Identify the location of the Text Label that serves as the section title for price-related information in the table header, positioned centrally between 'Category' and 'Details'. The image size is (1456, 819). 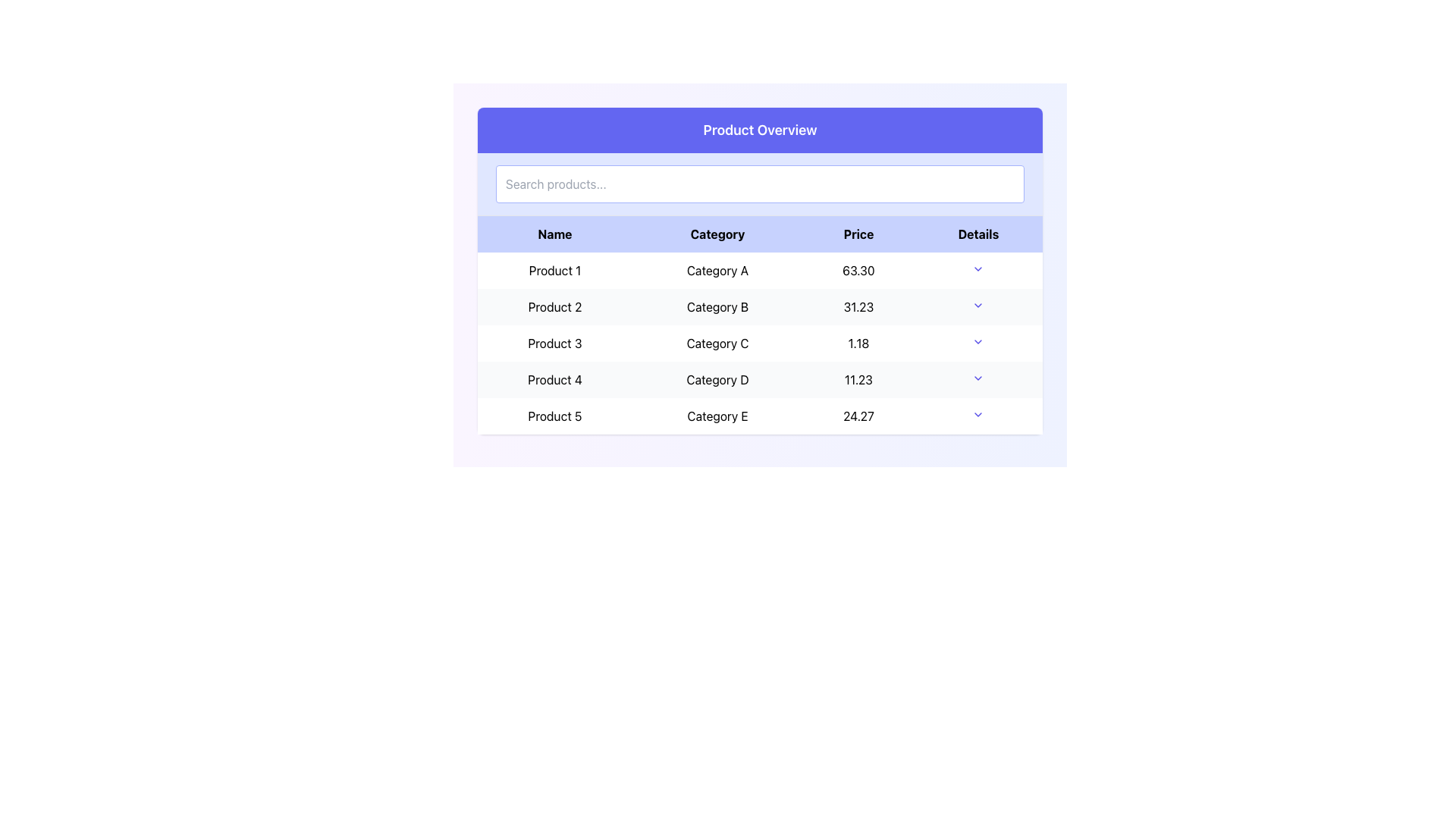
(858, 234).